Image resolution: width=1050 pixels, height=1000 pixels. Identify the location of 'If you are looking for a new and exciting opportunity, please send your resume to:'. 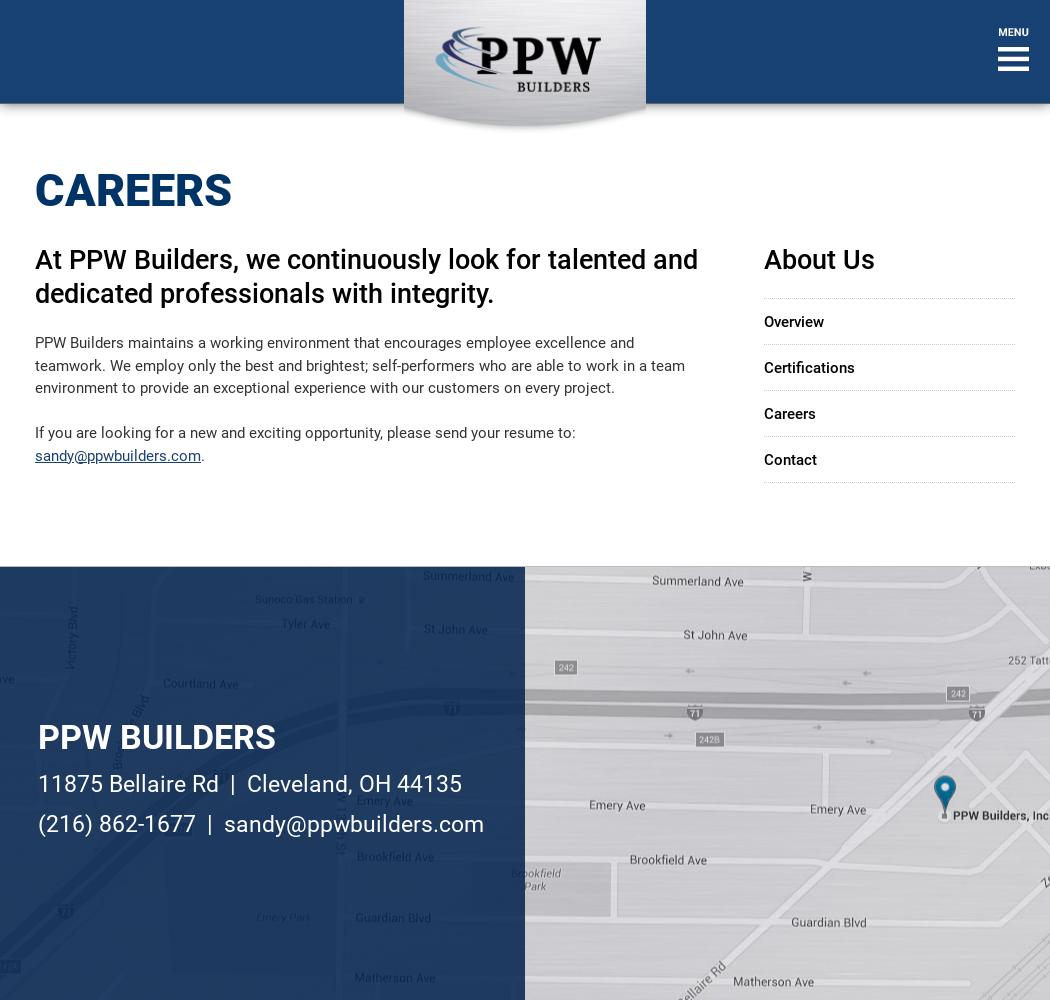
(305, 433).